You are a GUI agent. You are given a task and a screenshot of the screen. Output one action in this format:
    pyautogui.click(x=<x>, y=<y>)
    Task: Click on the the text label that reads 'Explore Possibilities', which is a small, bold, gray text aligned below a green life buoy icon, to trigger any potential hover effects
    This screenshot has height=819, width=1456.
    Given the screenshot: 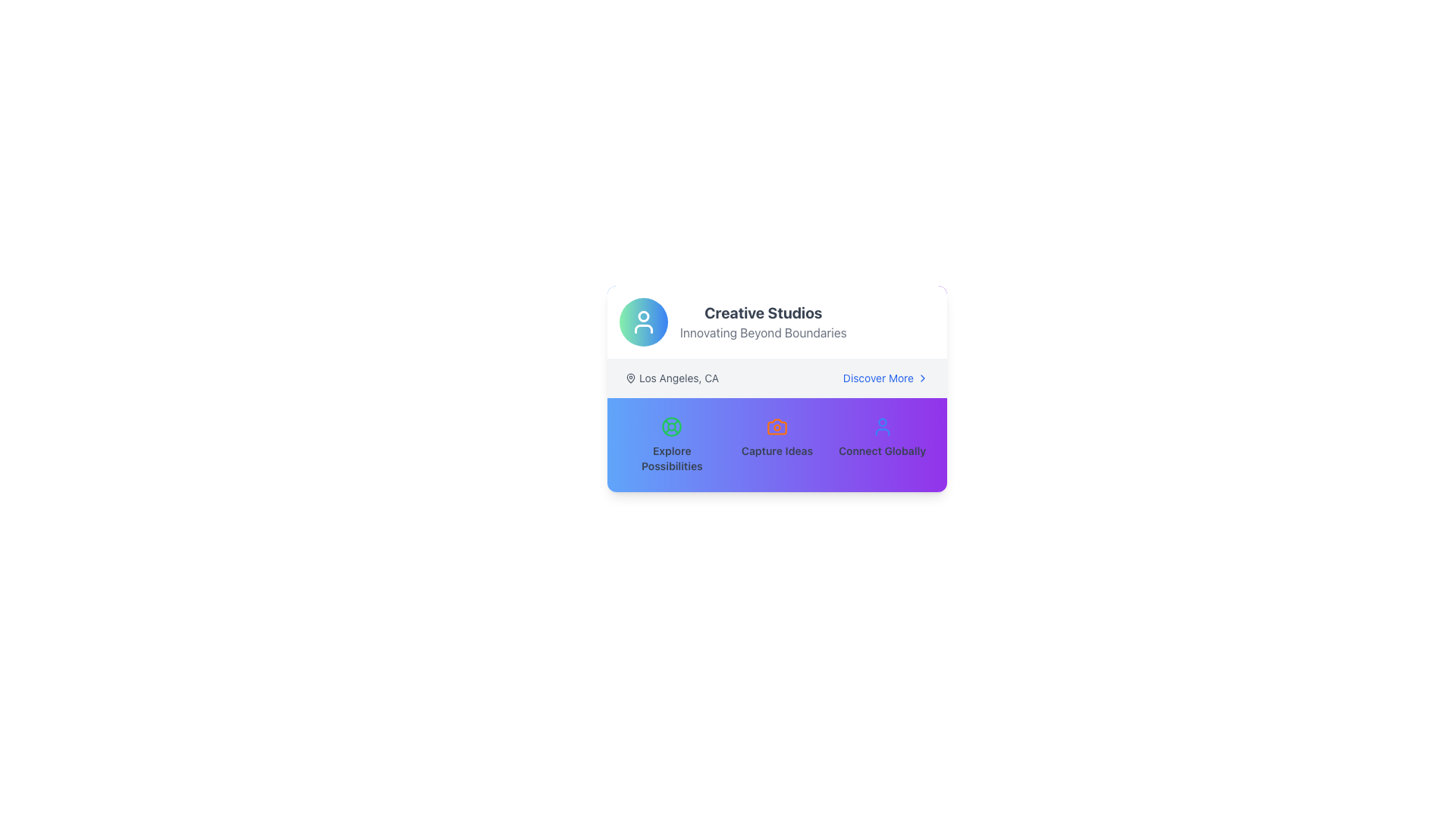 What is the action you would take?
    pyautogui.click(x=671, y=458)
    